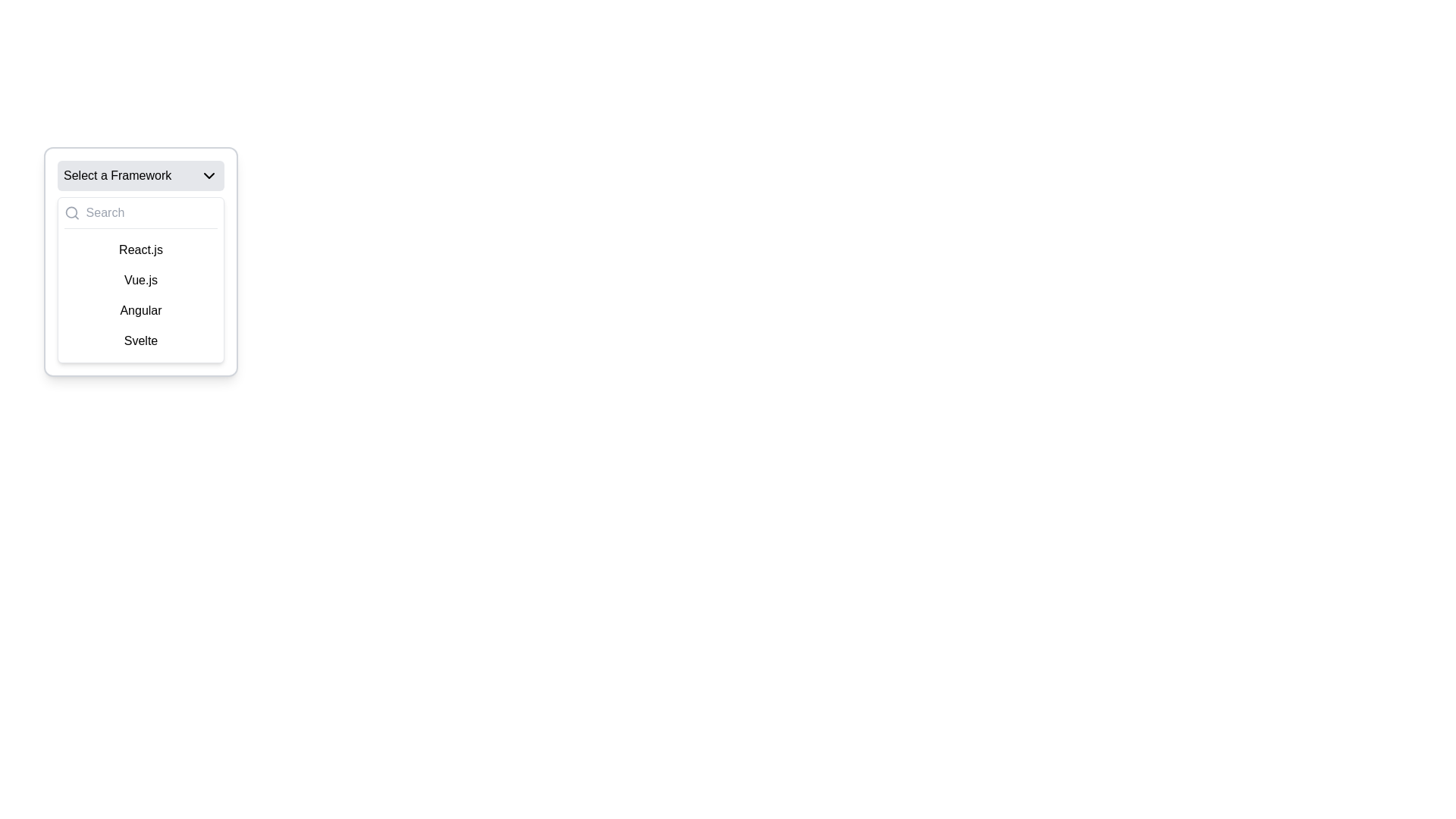 This screenshot has width=1456, height=819. I want to click on the 'Vue.js' option in the dropdown menu titled 'Select a Framework', which is the second item below 'React.js', so click(141, 280).